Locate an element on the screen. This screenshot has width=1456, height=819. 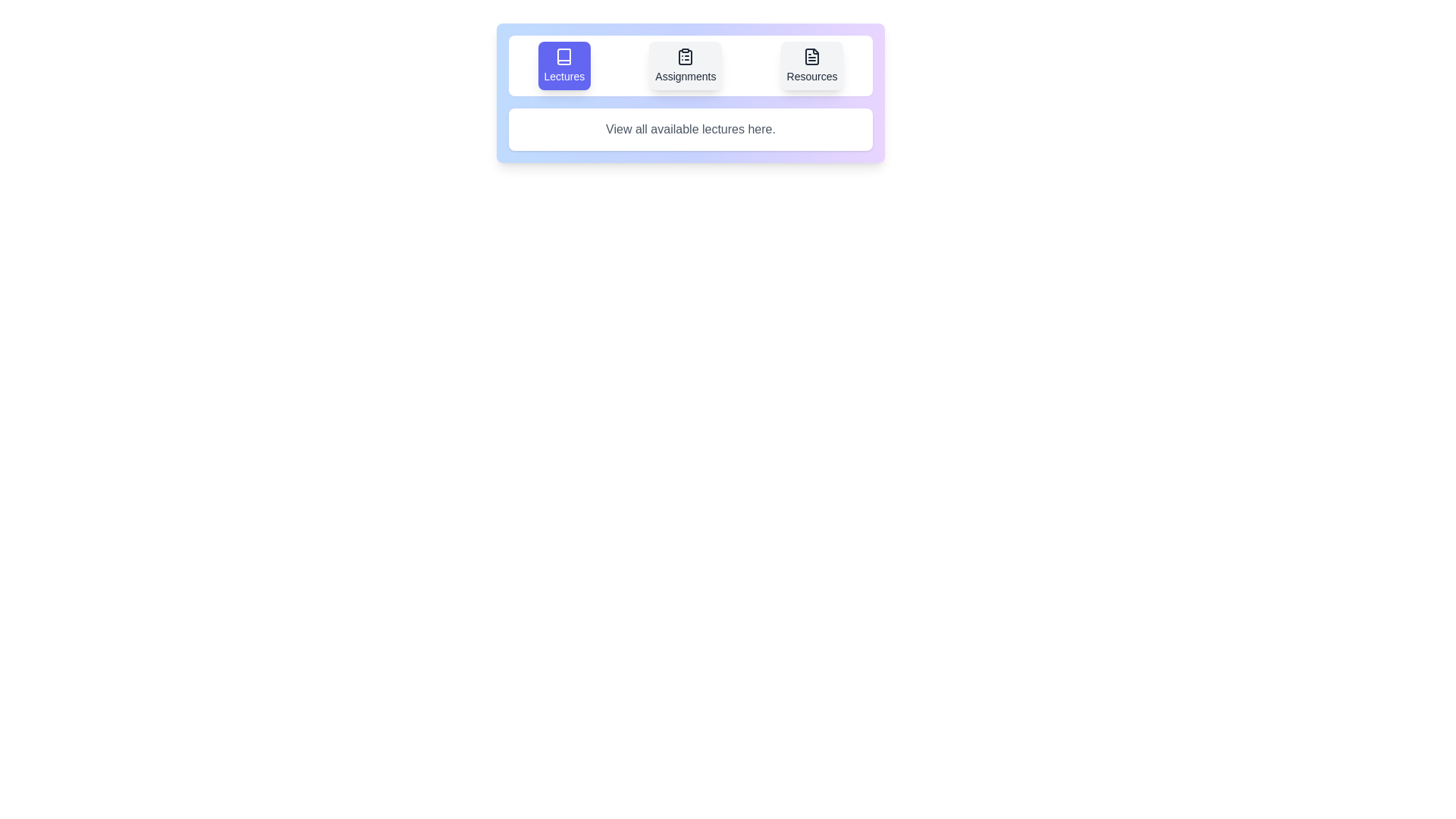
the Resources tab to trigger its hover effect is located at coordinates (811, 65).